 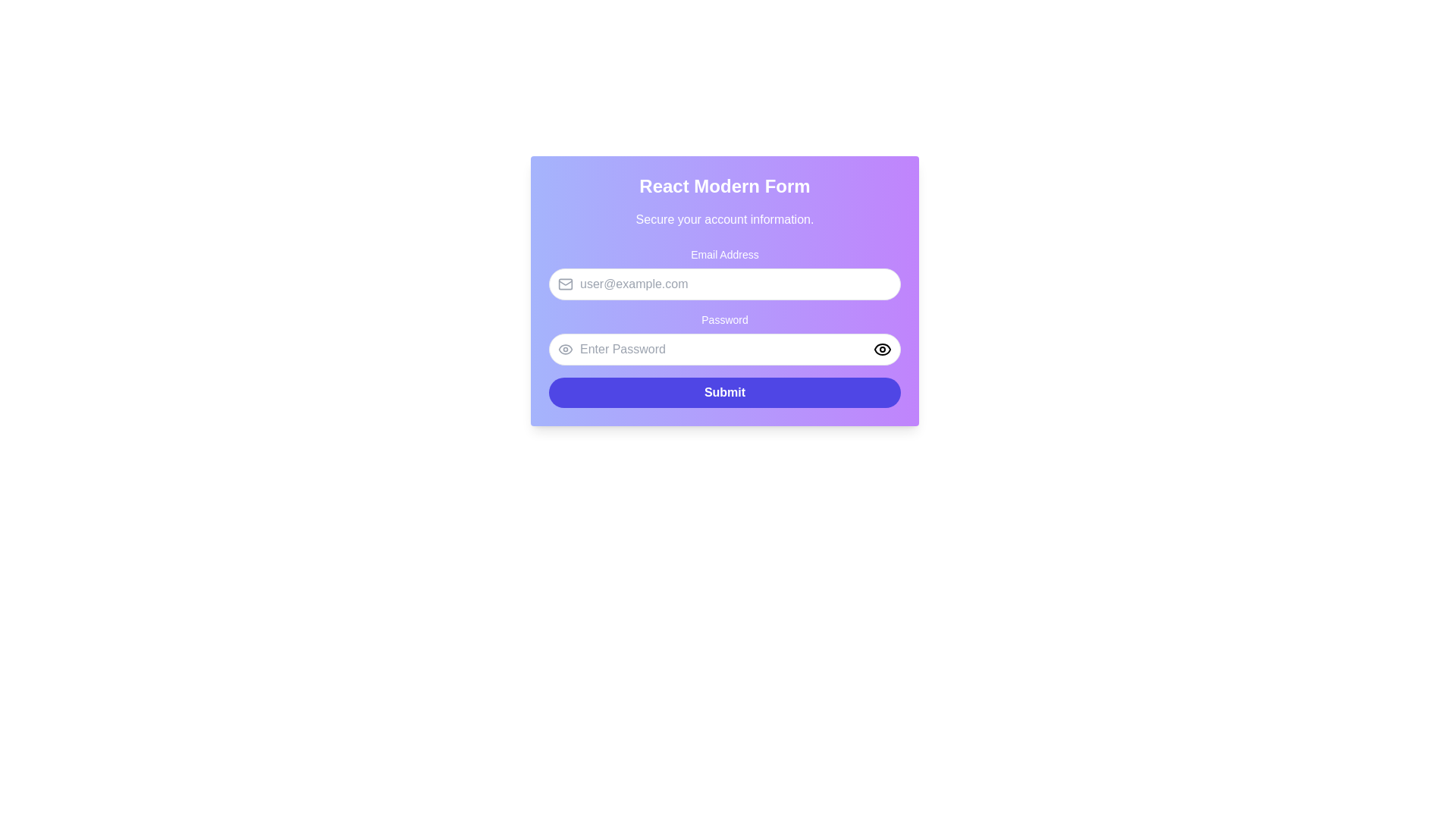 I want to click on the 'Email Address' text input field, so click(x=723, y=274).